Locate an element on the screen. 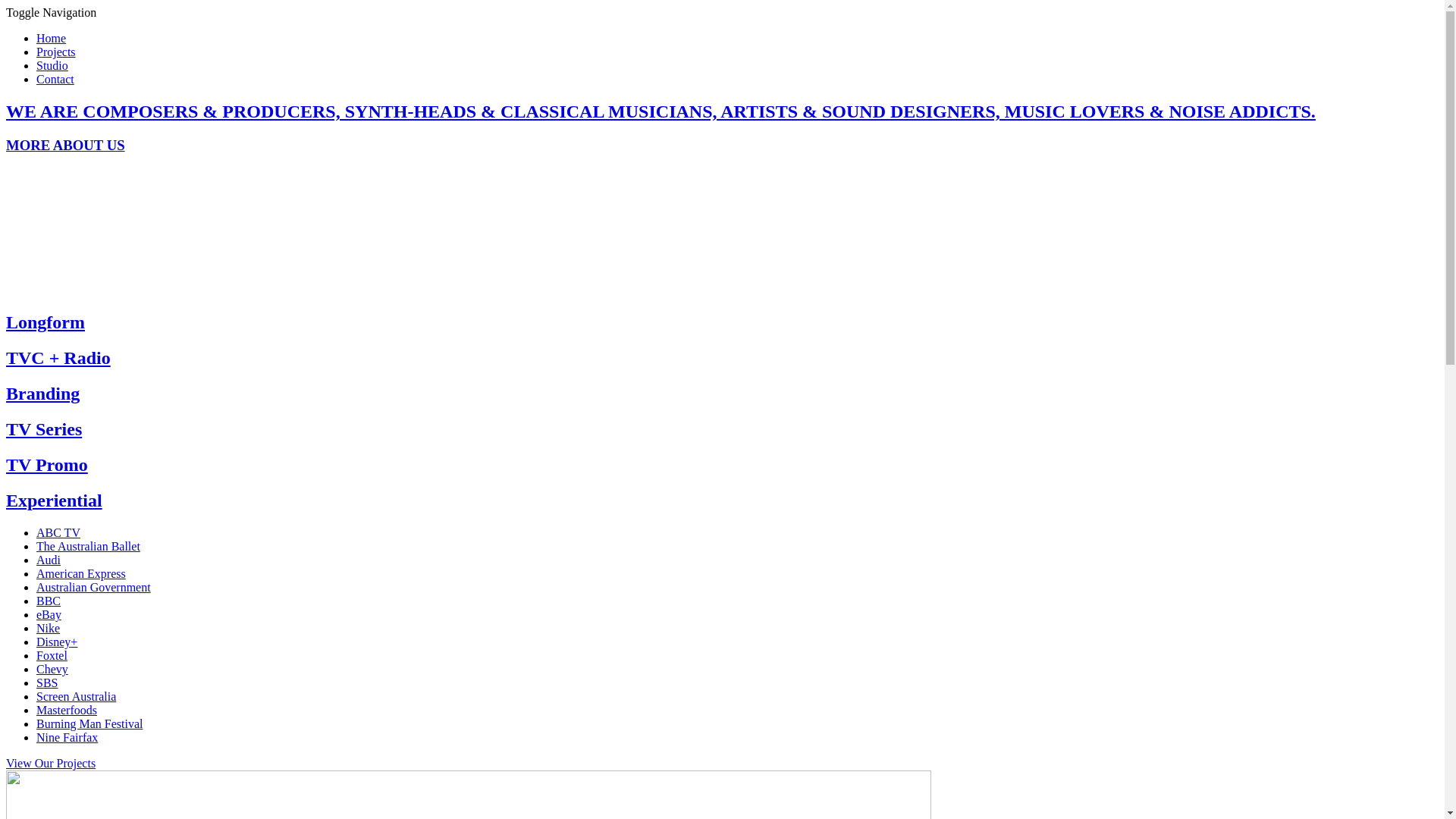 The height and width of the screenshot is (819, 1456). 'eBay' is located at coordinates (49, 614).